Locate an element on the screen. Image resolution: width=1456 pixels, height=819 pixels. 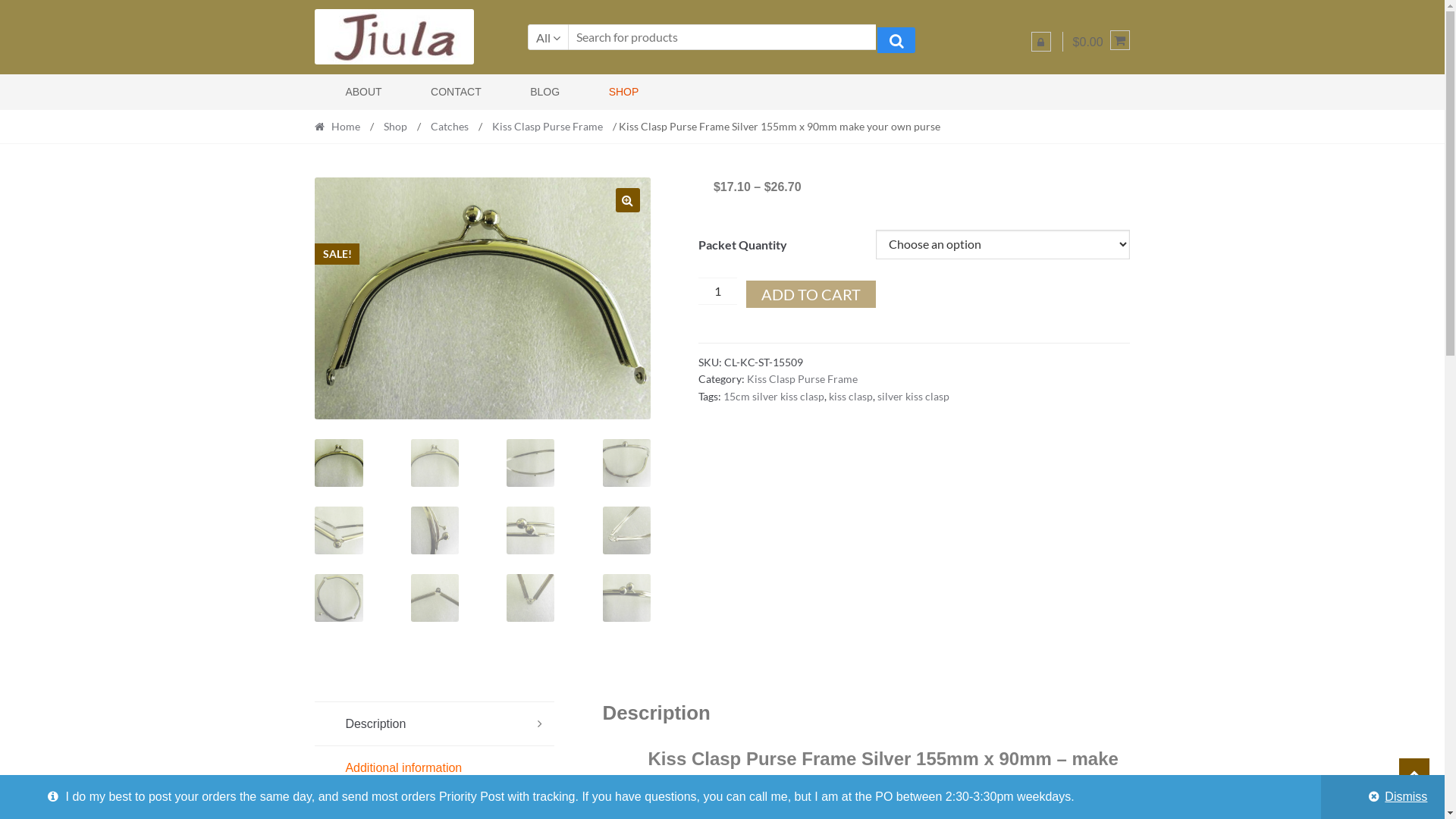
'Home' is located at coordinates (340, 125).